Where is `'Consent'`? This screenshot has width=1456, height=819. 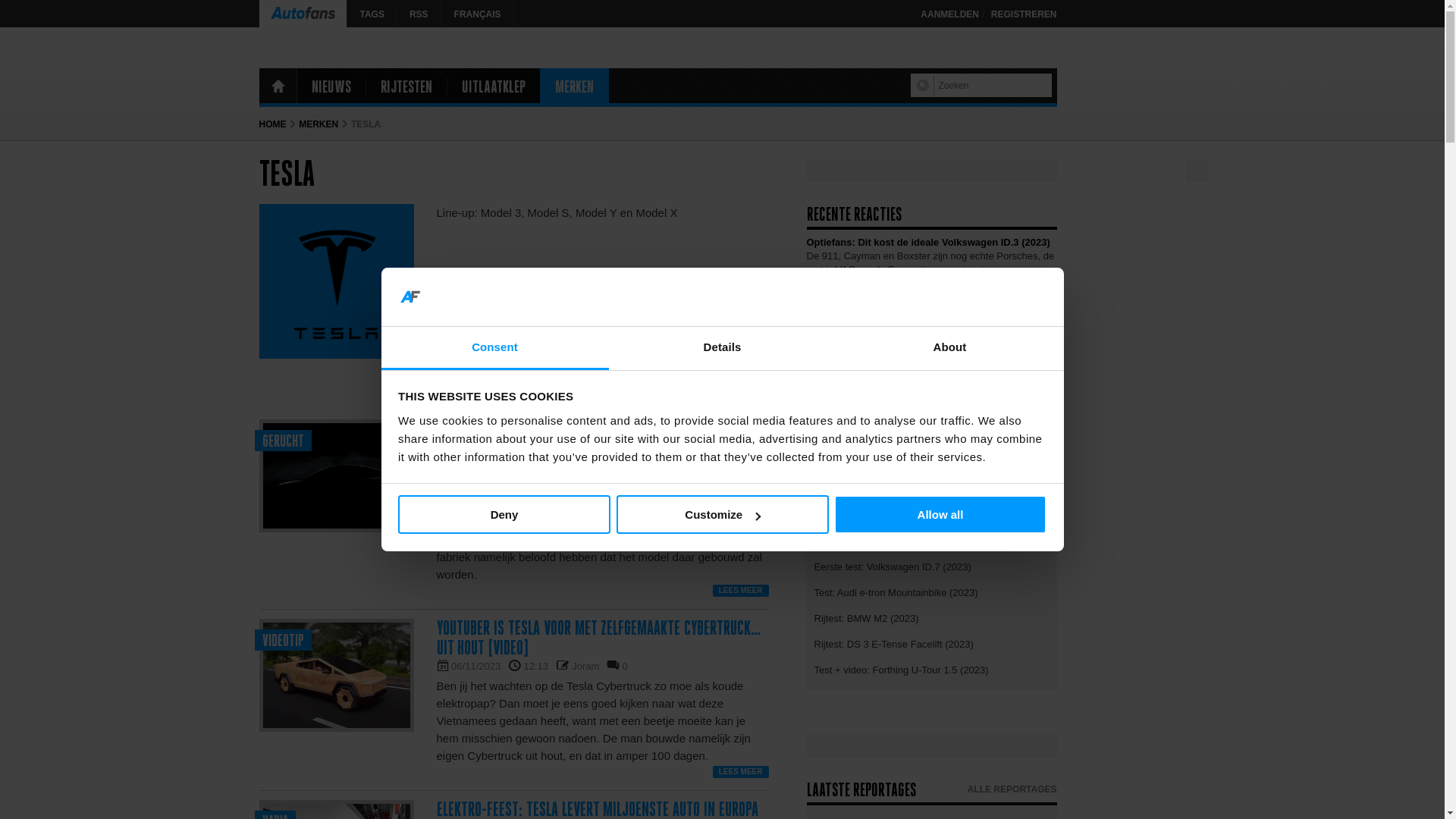
'Consent' is located at coordinates (494, 348).